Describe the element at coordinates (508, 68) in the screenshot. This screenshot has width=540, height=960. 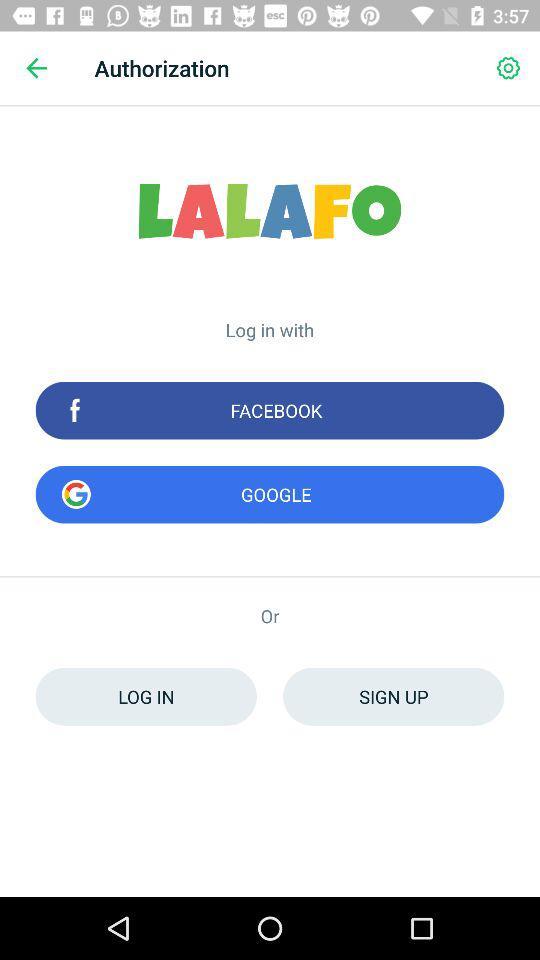
I see `icon next to authorization icon` at that location.